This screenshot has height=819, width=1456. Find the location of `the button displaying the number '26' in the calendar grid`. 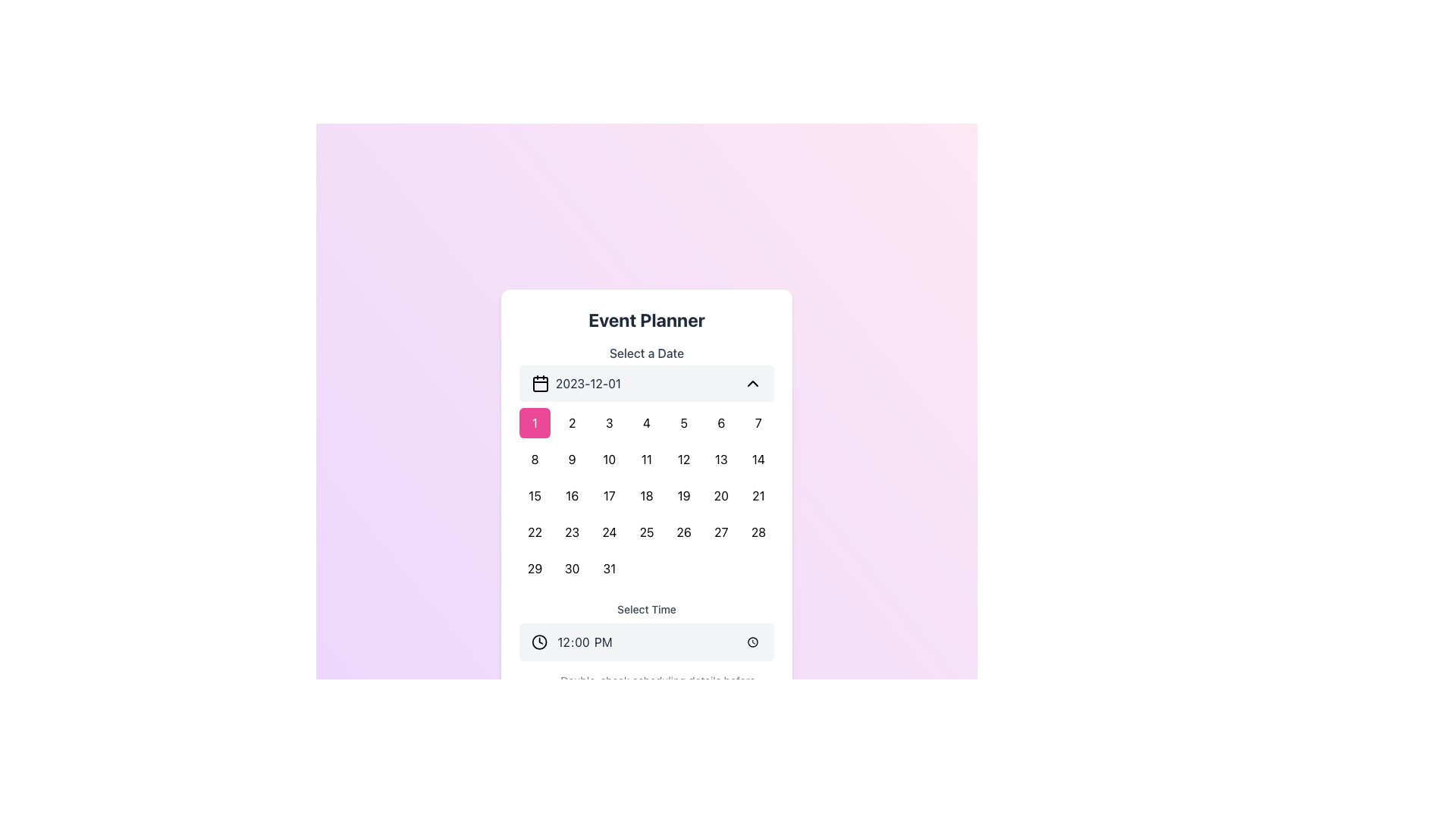

the button displaying the number '26' in the calendar grid is located at coordinates (683, 532).